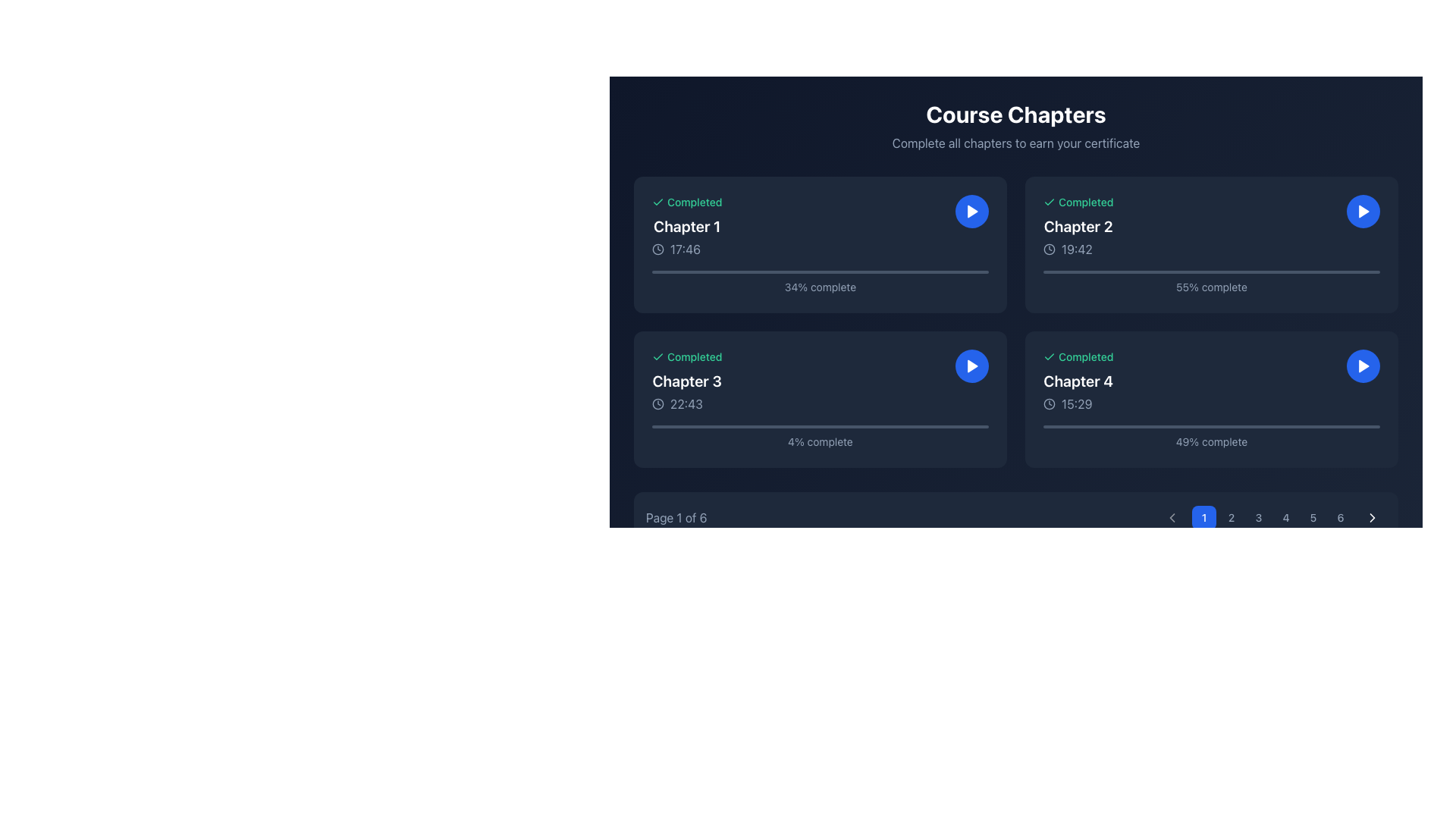 Image resolution: width=1456 pixels, height=819 pixels. Describe the element at coordinates (658, 248) in the screenshot. I see `the clock icon located to the left of the time text '17:46' within the first chapter card under the heading 'Course Chapters'` at that location.